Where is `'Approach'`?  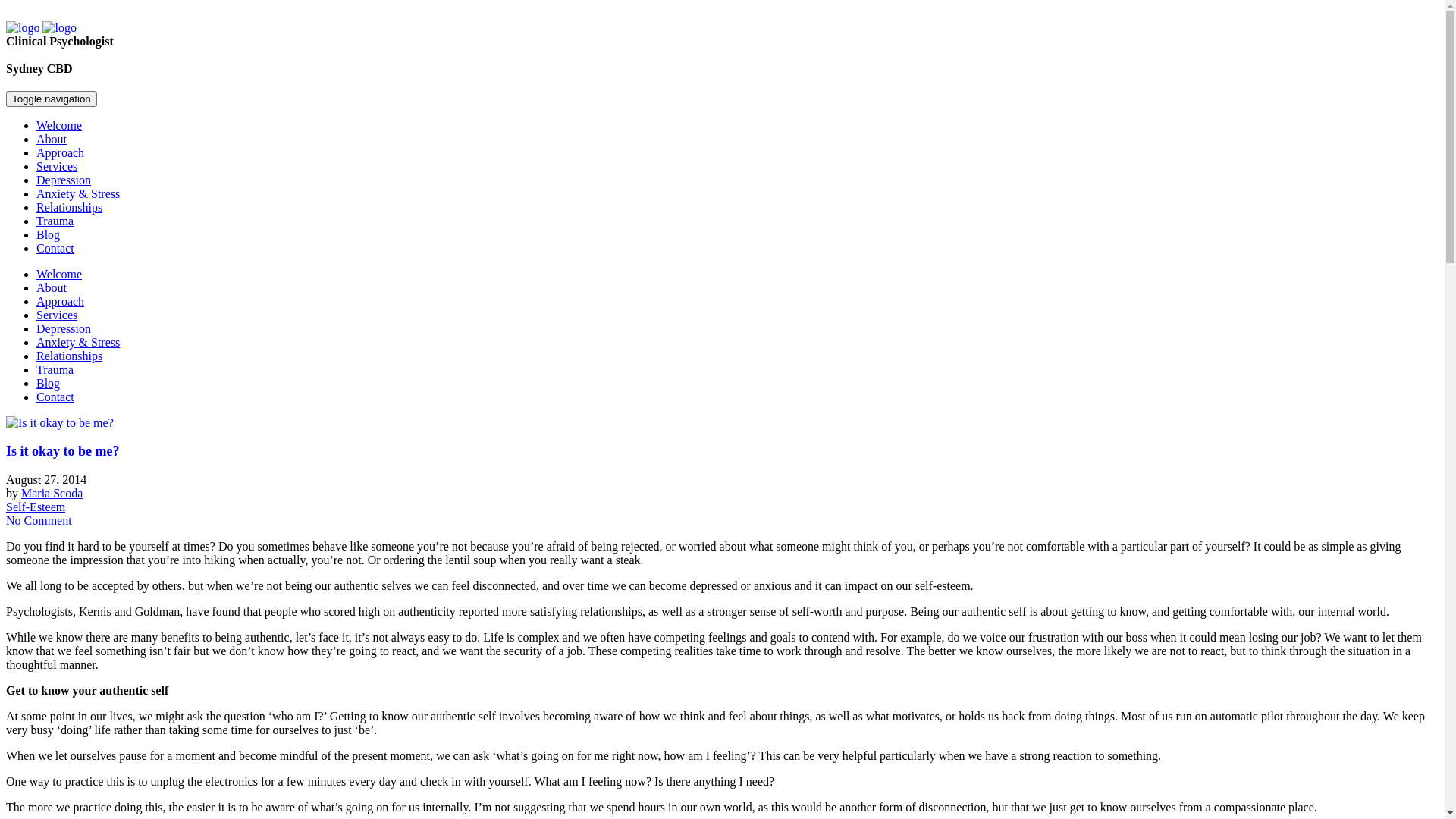 'Approach' is located at coordinates (60, 301).